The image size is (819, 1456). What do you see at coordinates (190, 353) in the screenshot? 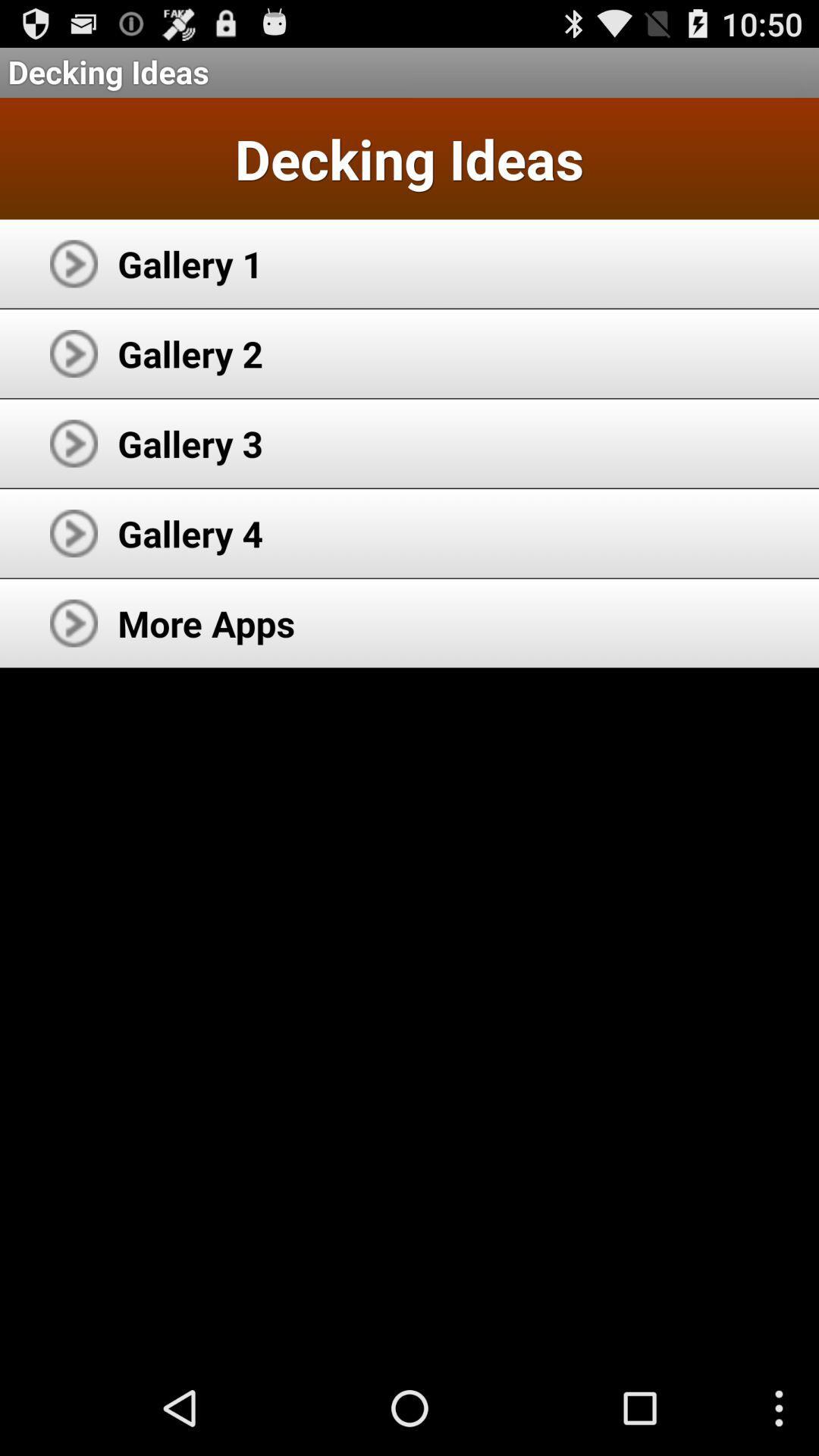
I see `gallery 2` at bounding box center [190, 353].